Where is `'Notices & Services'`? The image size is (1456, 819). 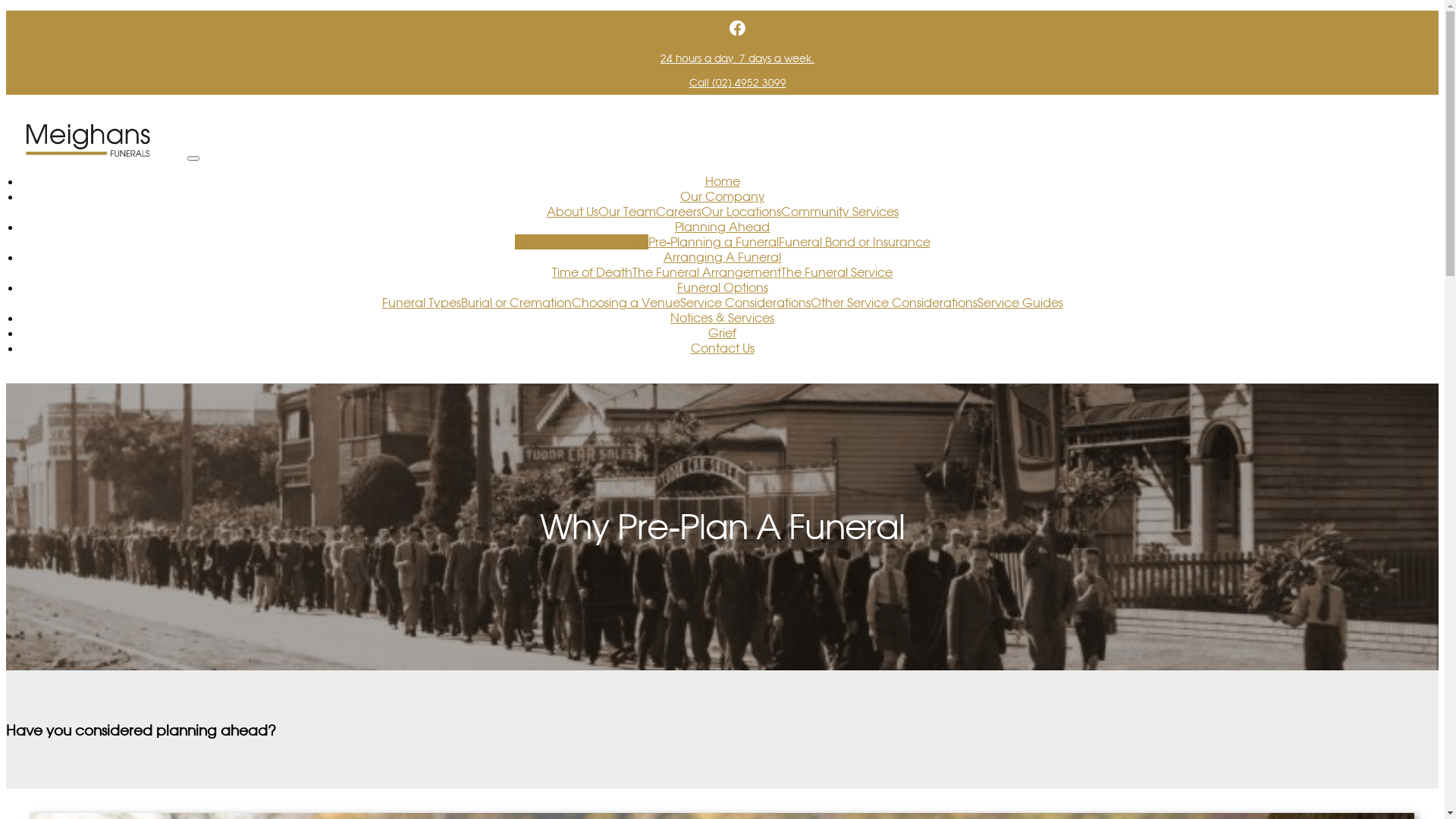
'Notices & Services' is located at coordinates (721, 317).